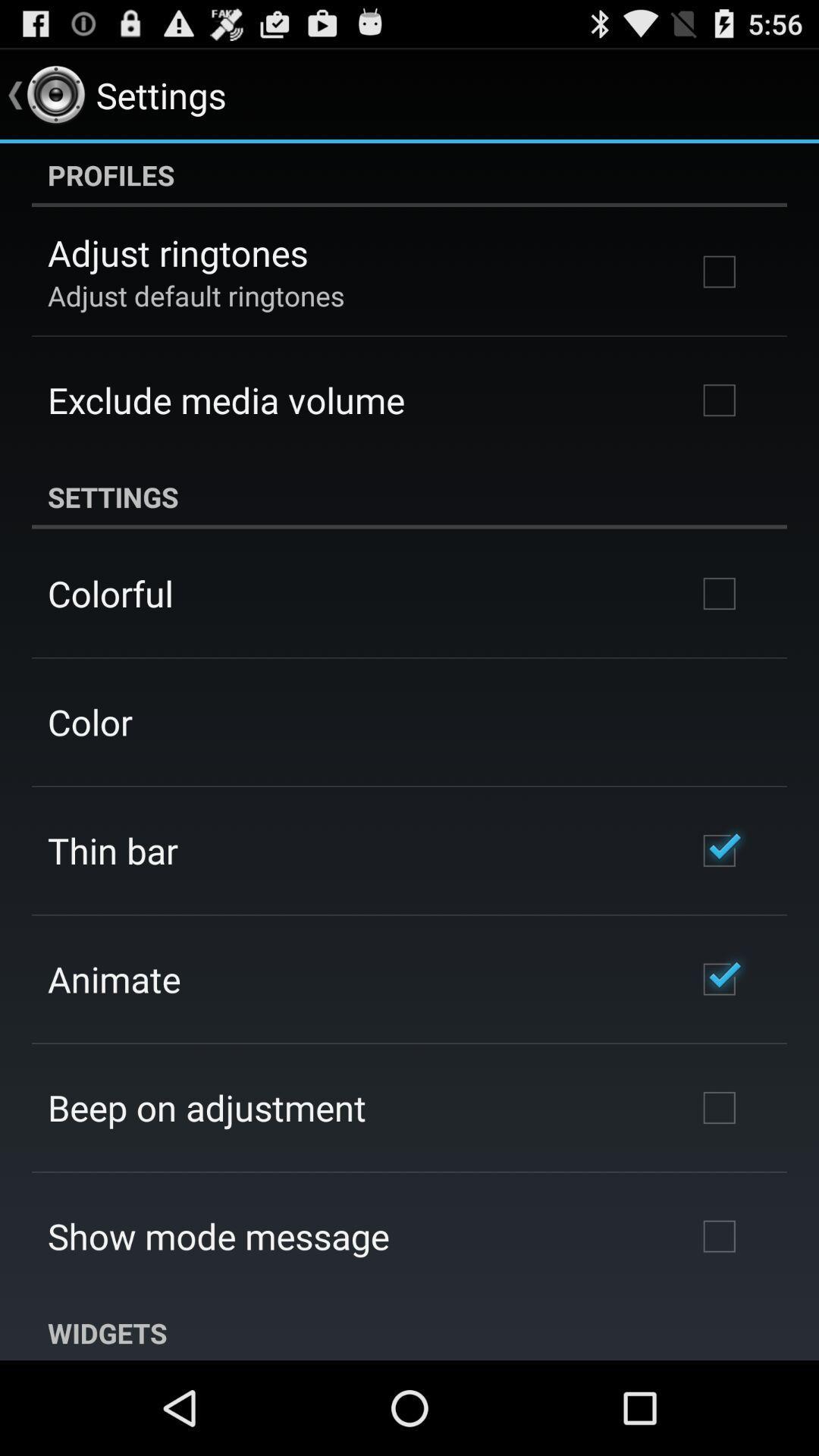  I want to click on app above widgets item, so click(218, 1236).